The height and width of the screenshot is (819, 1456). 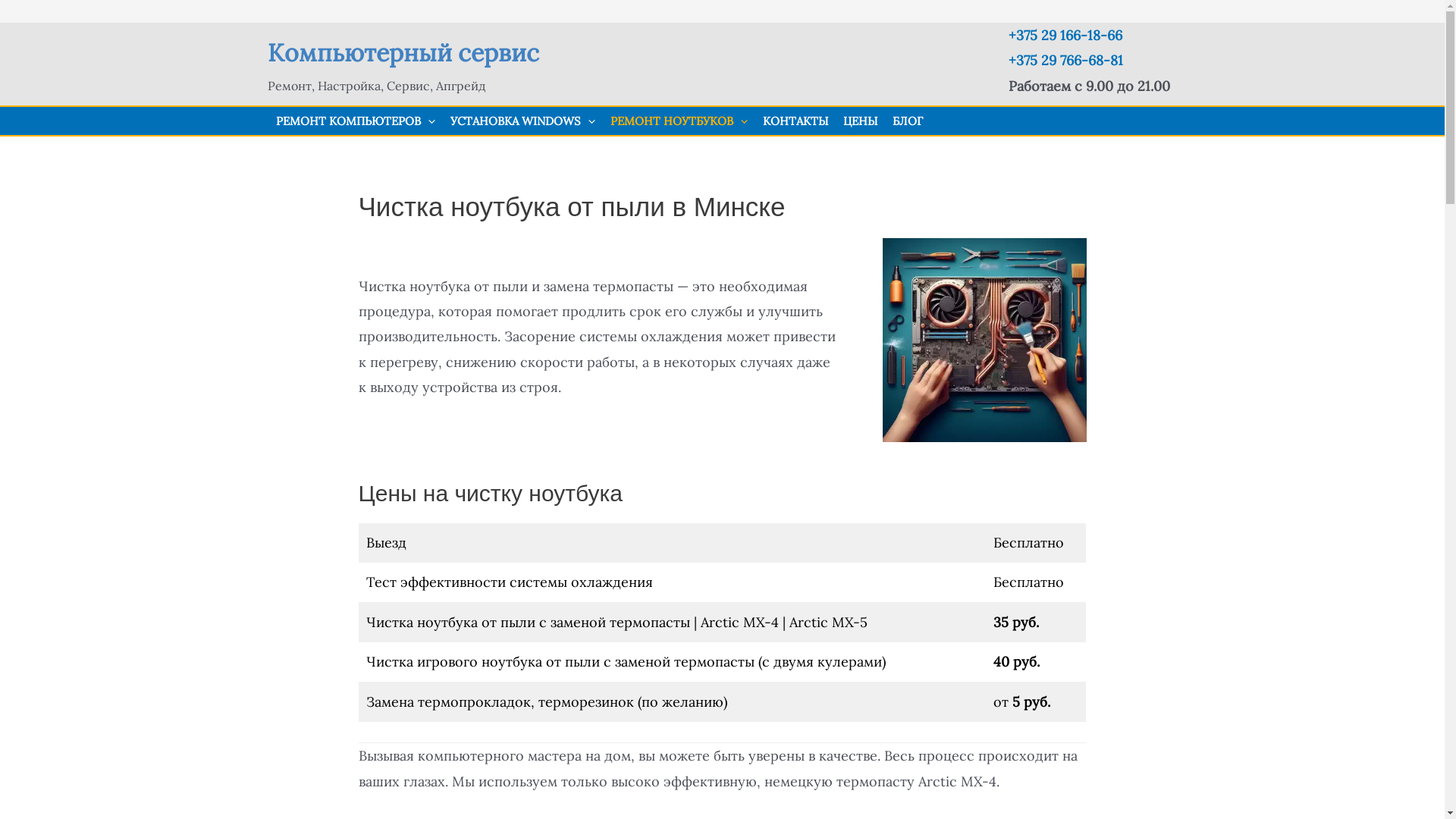 I want to click on '+375 29 766-68-81', so click(x=1065, y=59).